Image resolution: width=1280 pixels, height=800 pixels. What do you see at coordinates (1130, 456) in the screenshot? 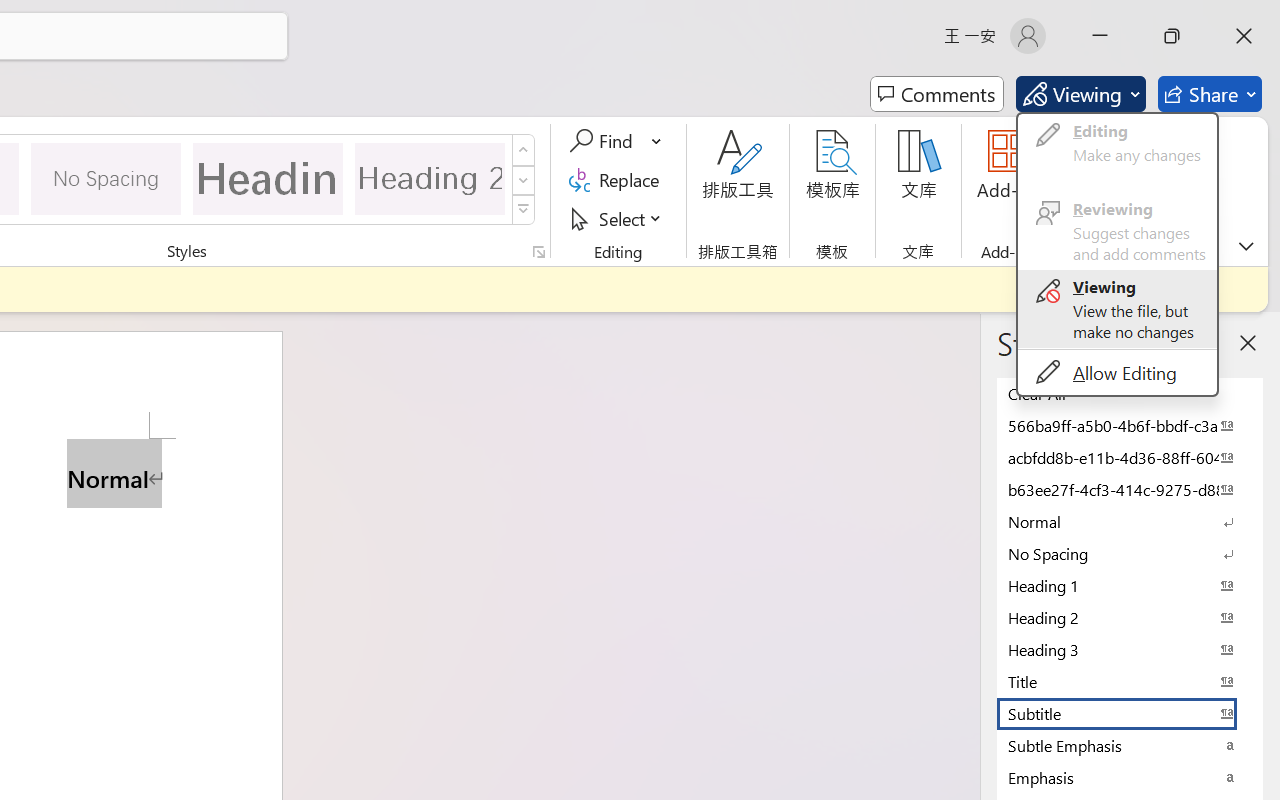
I see `'acbfdd8b-e11b-4d36-88ff-6049b138f862'` at bounding box center [1130, 456].